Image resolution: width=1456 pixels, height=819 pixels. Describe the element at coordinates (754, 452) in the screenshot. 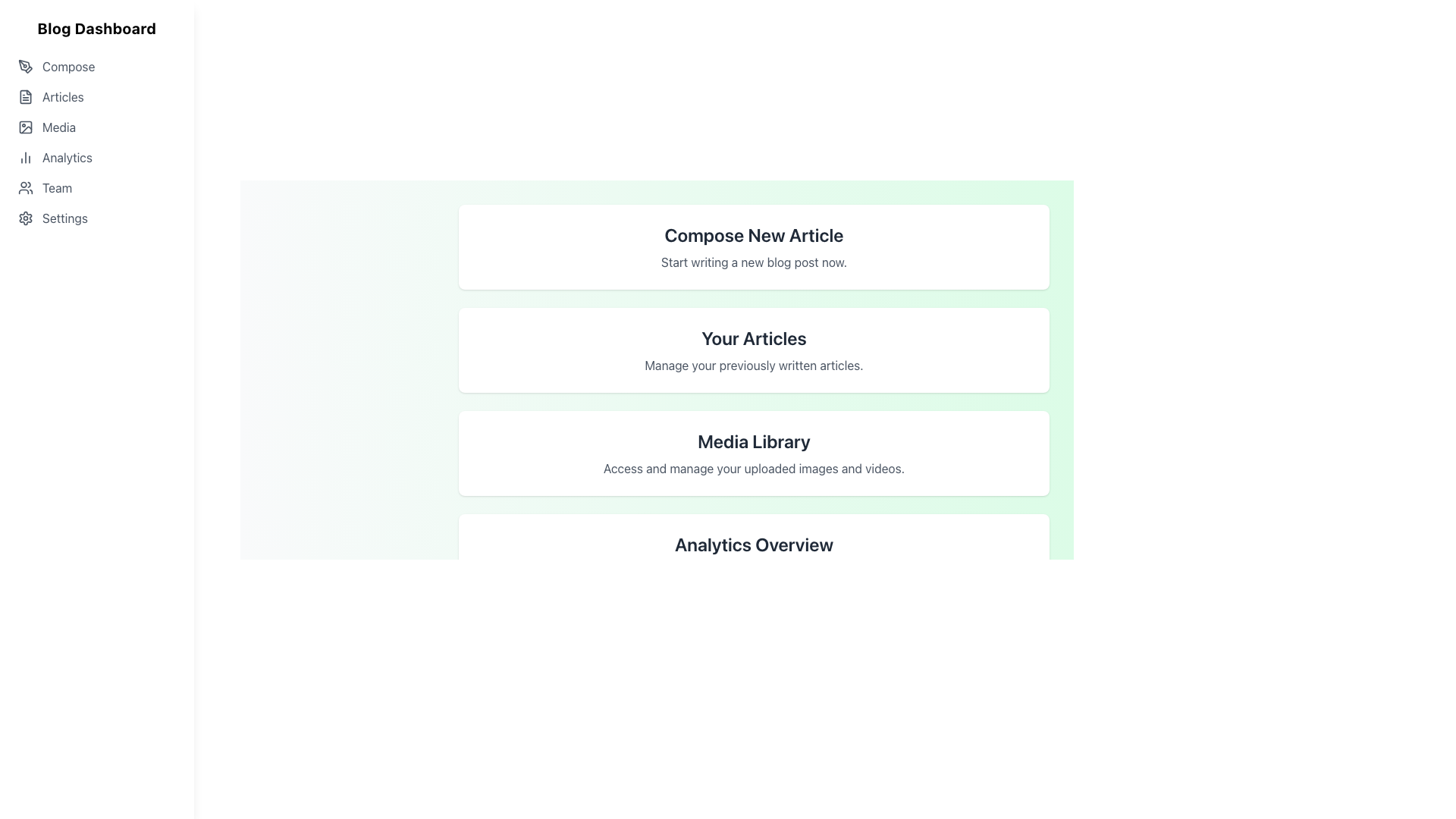

I see `the Media Library card, which is the third card in a vertical sequence` at that location.